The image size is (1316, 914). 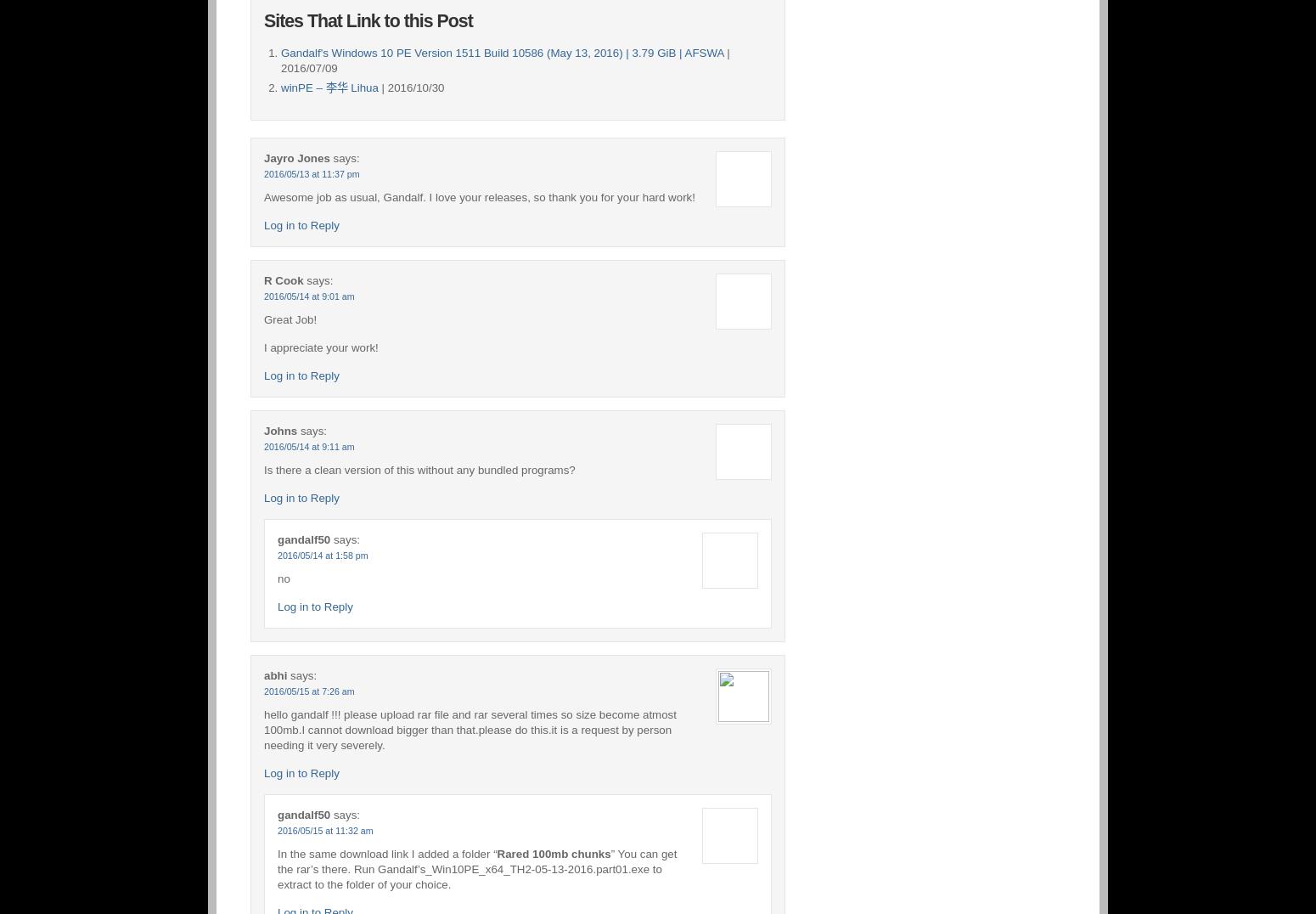 What do you see at coordinates (307, 295) in the screenshot?
I see `'2016/05/14 at 9:01 am'` at bounding box center [307, 295].